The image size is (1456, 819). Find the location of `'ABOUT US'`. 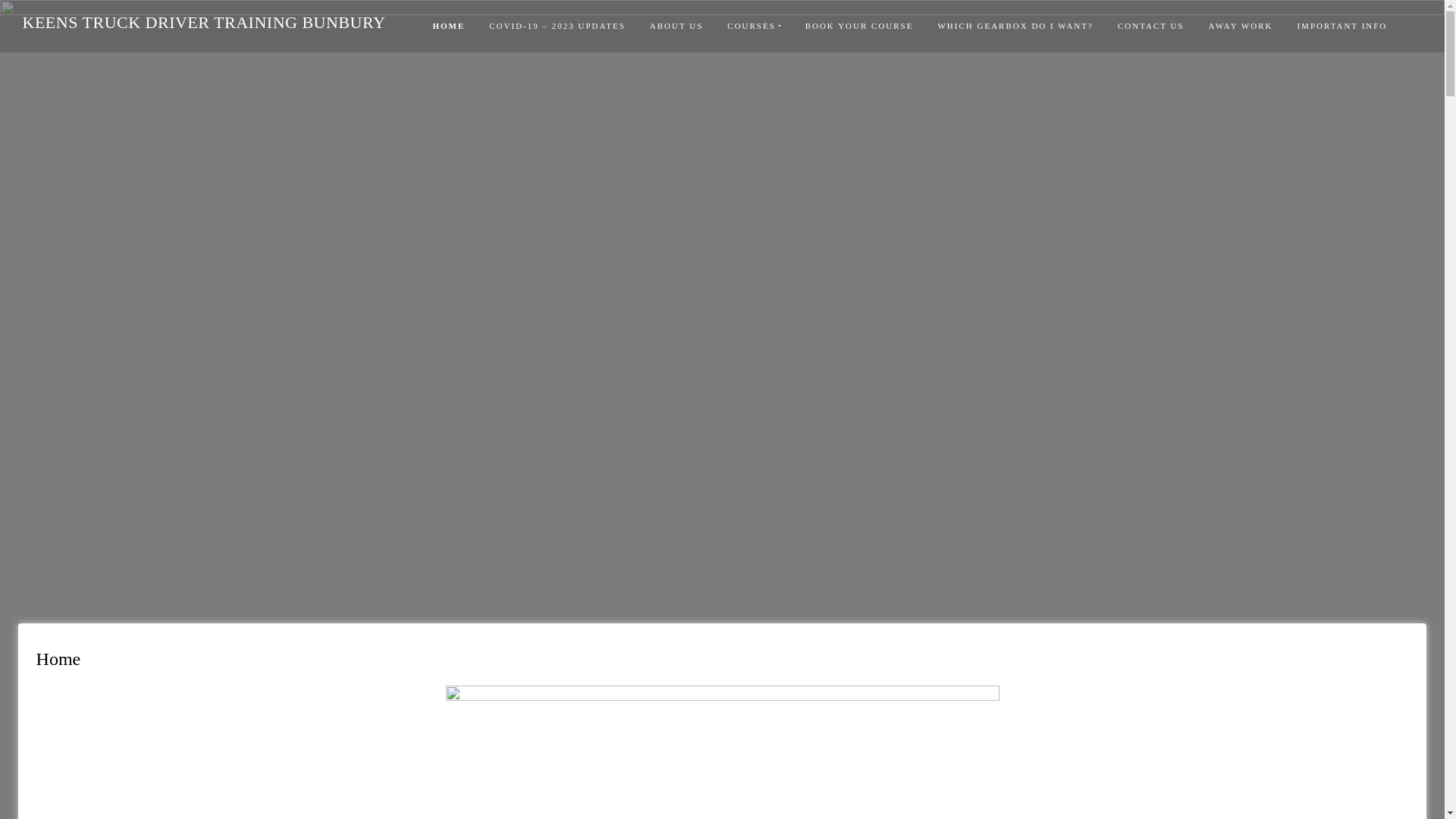

'ABOUT US' is located at coordinates (676, 26).